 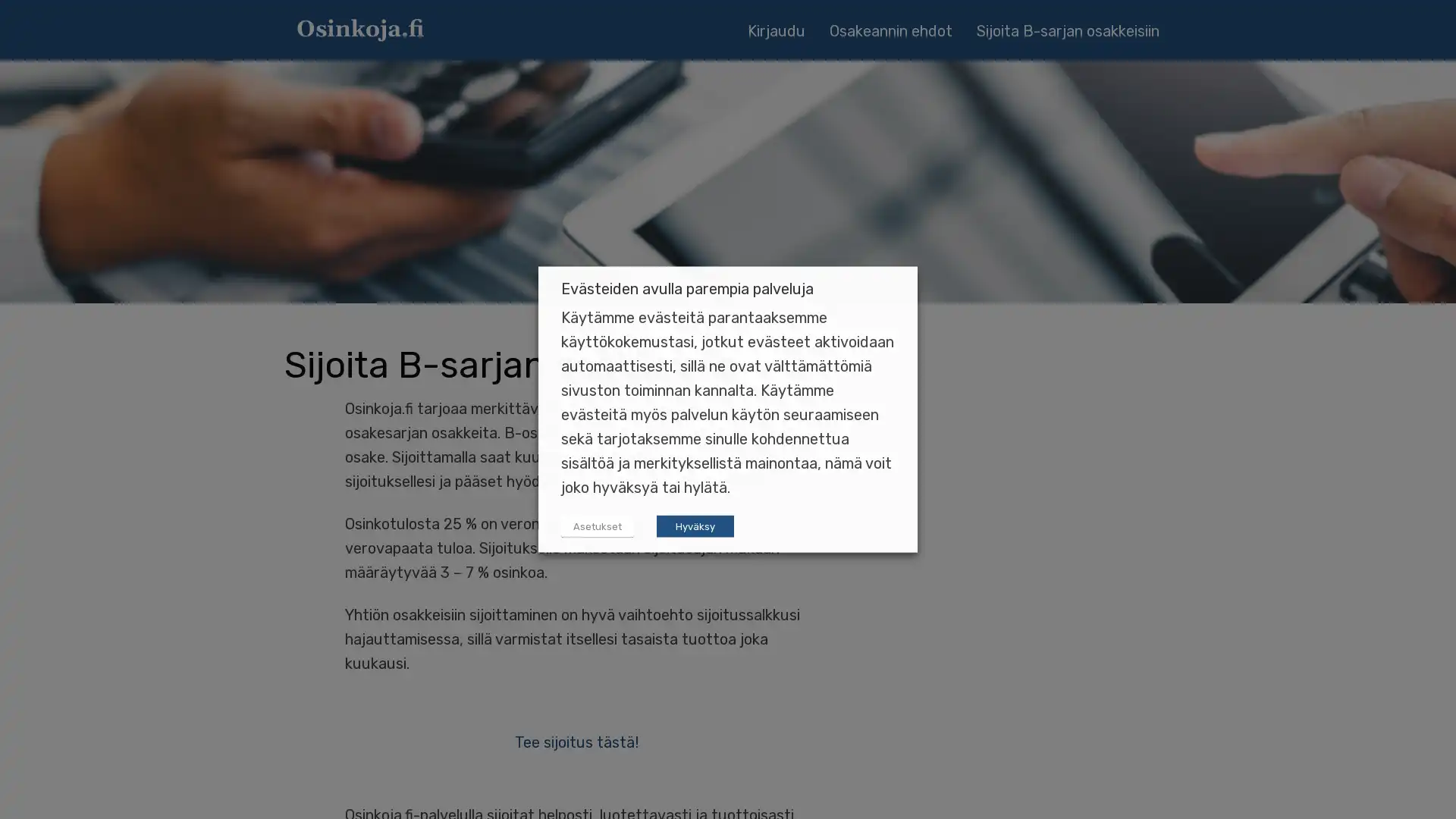 What do you see at coordinates (694, 525) in the screenshot?
I see `Hyvaksy` at bounding box center [694, 525].